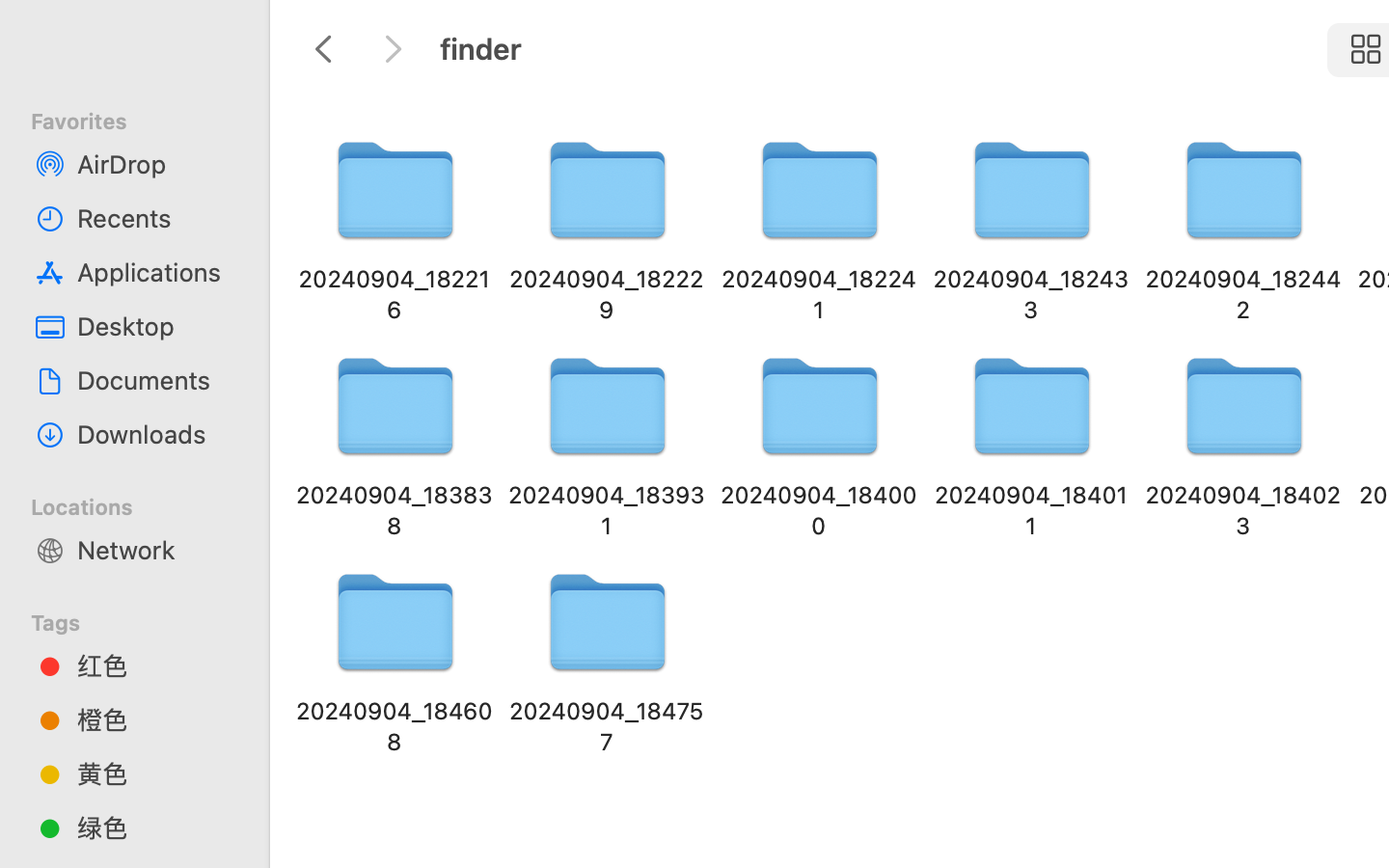 Image resolution: width=1389 pixels, height=868 pixels. What do you see at coordinates (153, 164) in the screenshot?
I see `'AirDrop'` at bounding box center [153, 164].